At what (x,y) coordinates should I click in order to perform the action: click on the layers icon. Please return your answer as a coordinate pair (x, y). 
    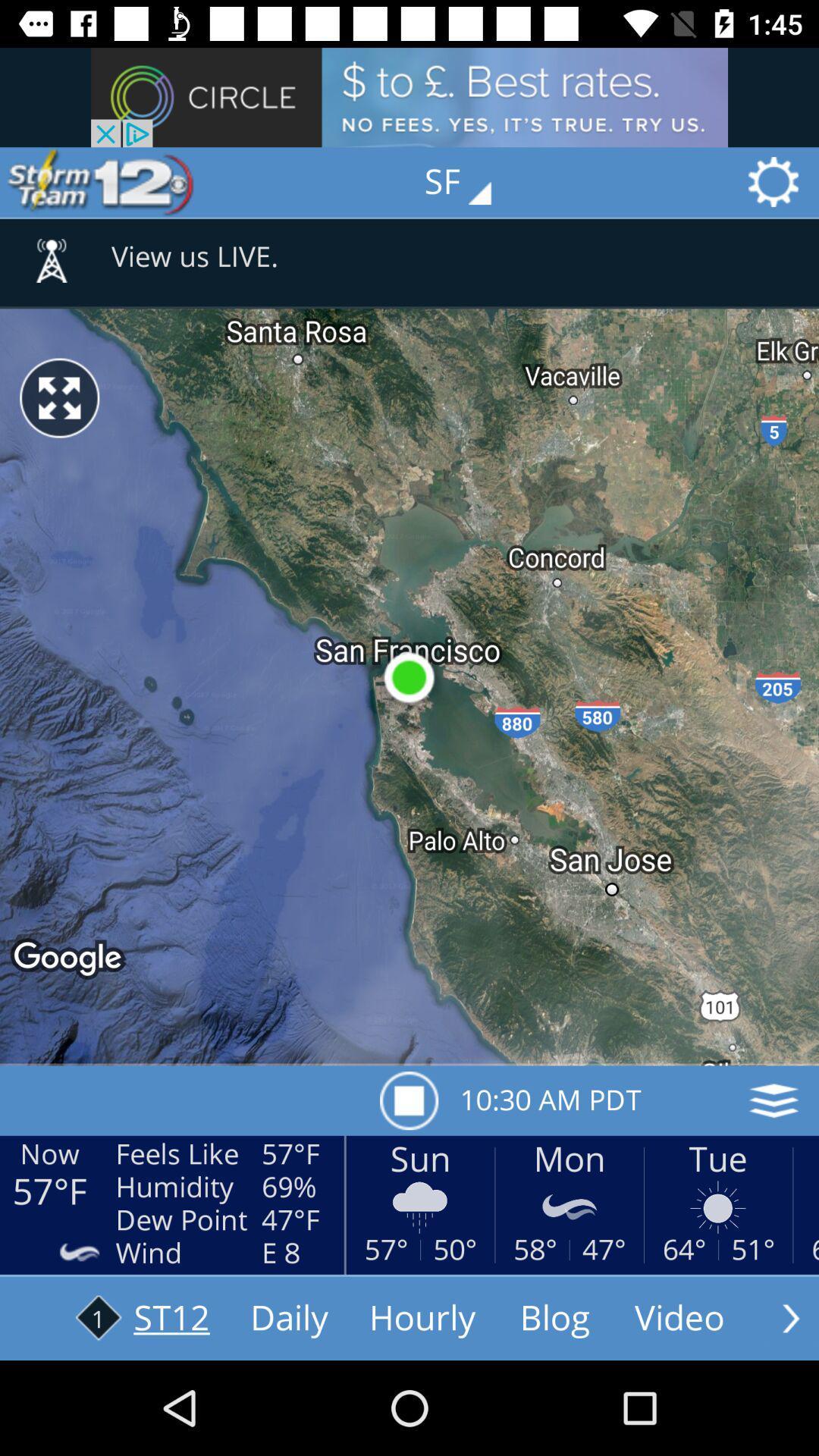
    Looking at the image, I should click on (773, 1100).